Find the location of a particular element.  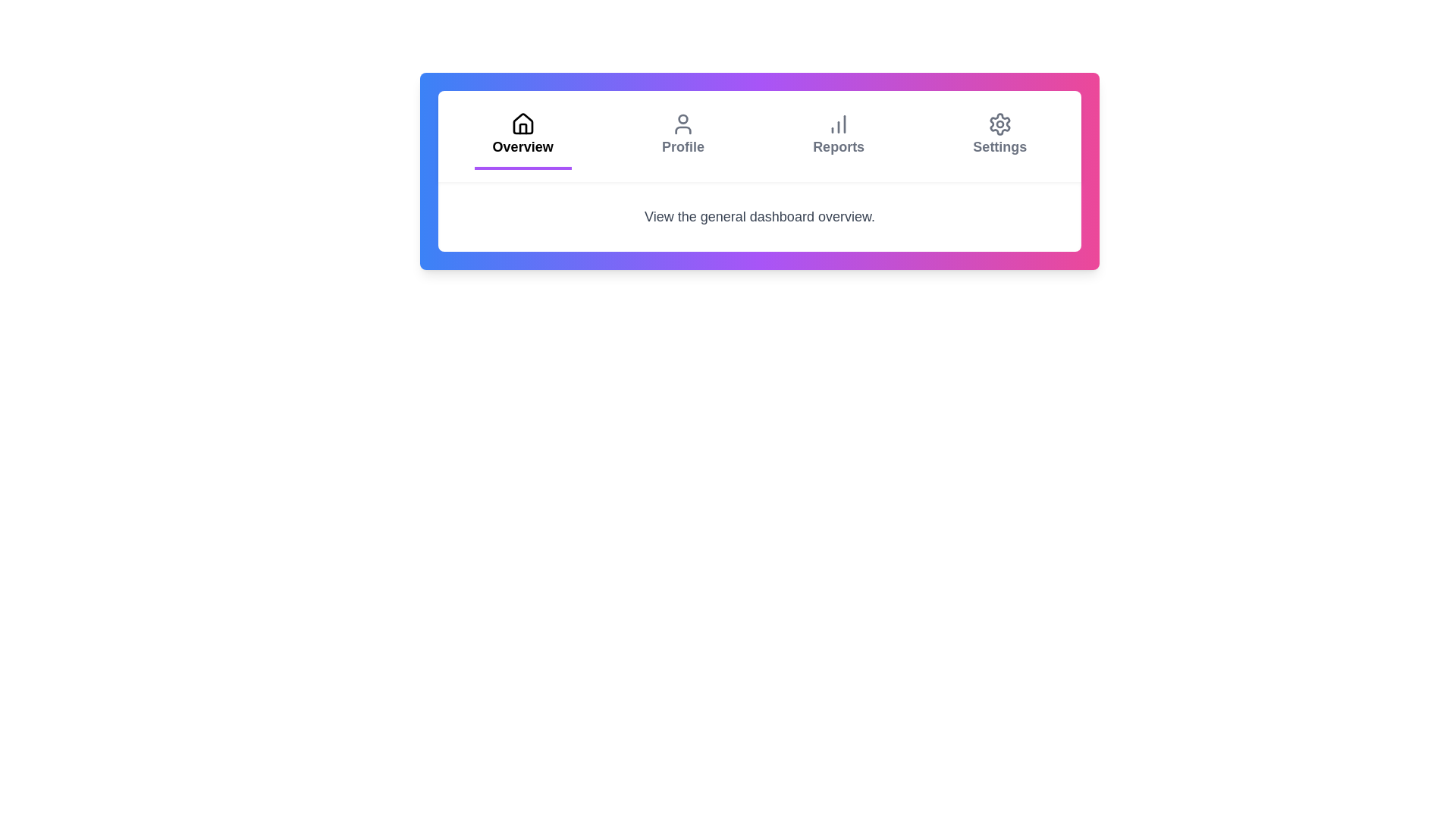

the decorative graphical icon representing the 'Overview' tab located in the bottom center of the house icon in the navigation bar is located at coordinates (522, 127).